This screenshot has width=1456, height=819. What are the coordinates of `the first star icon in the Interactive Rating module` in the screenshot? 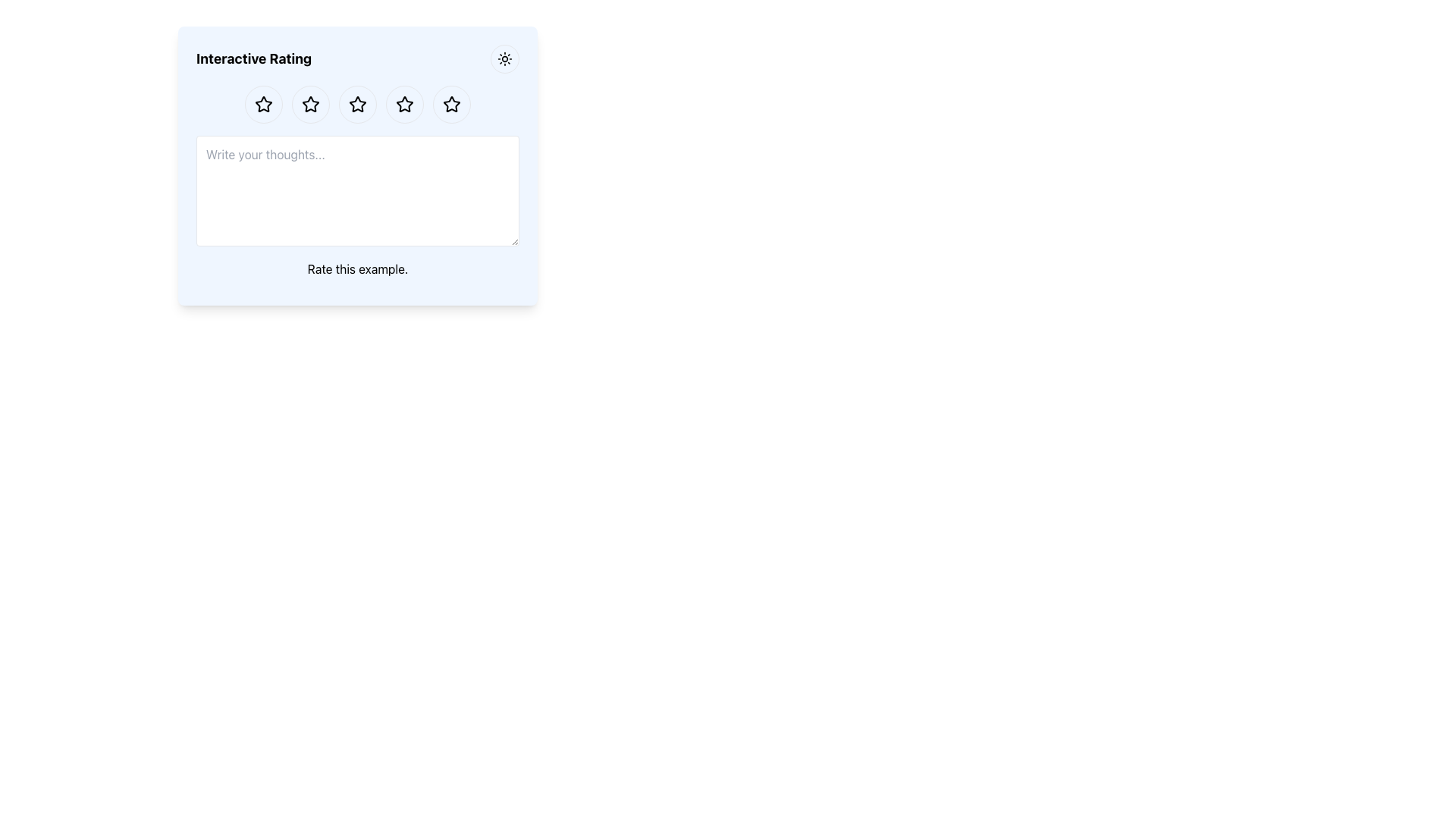 It's located at (263, 104).